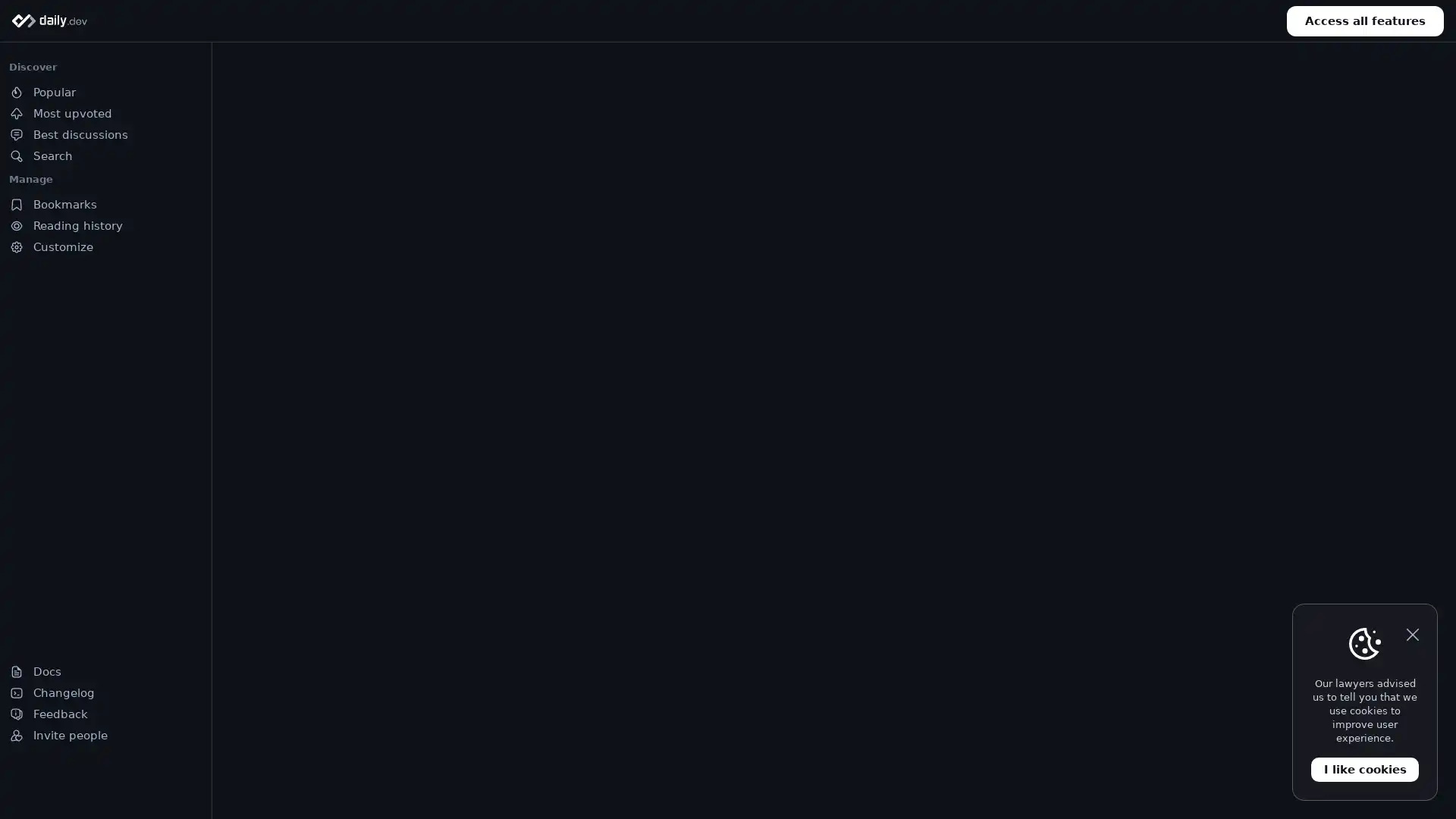 The height and width of the screenshot is (819, 1456). What do you see at coordinates (1234, 424) in the screenshot?
I see `Comments` at bounding box center [1234, 424].